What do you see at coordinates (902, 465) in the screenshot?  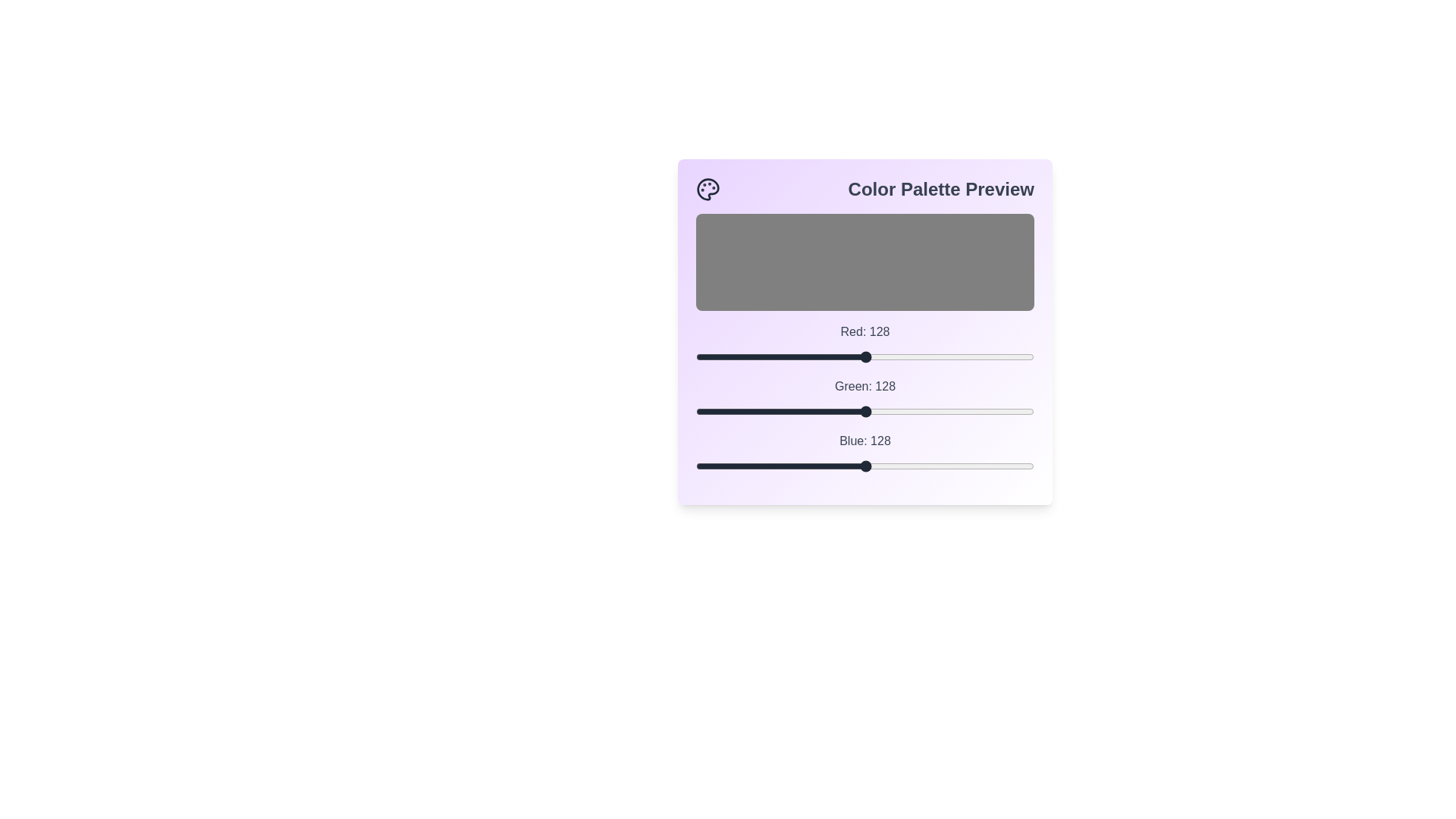 I see `the blue color value` at bounding box center [902, 465].